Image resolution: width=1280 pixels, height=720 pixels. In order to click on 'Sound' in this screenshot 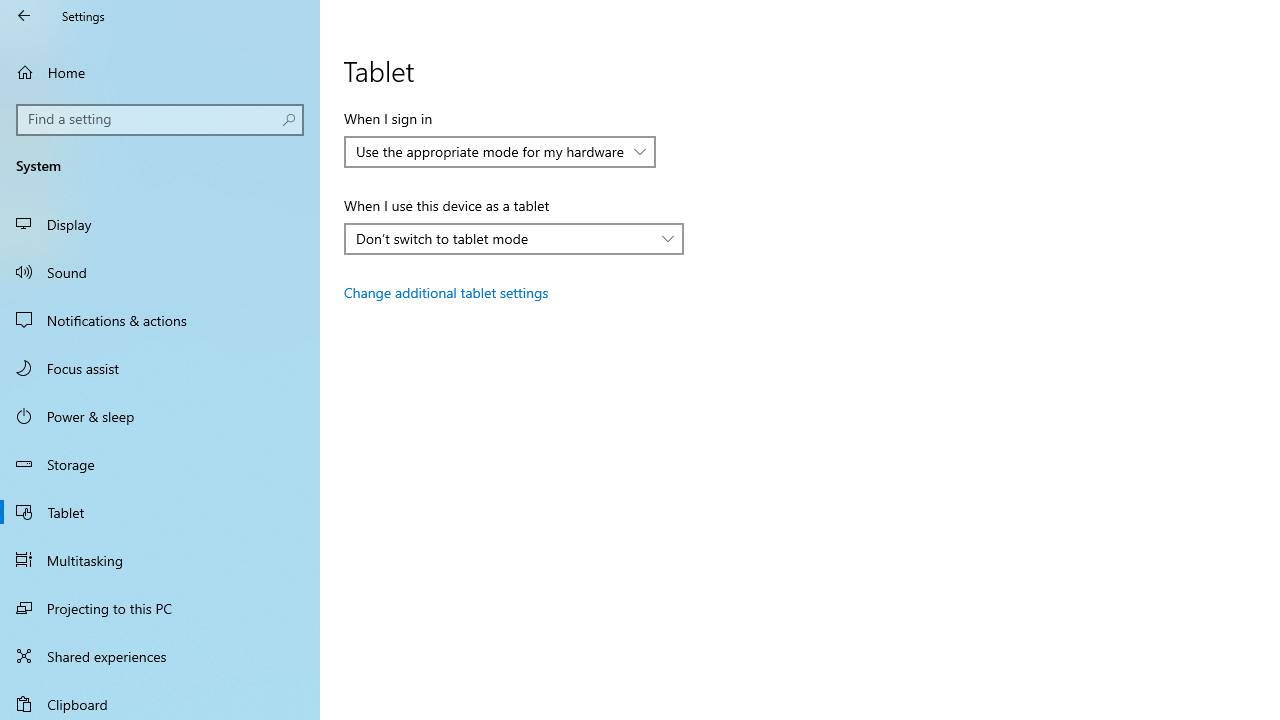, I will do `click(160, 271)`.